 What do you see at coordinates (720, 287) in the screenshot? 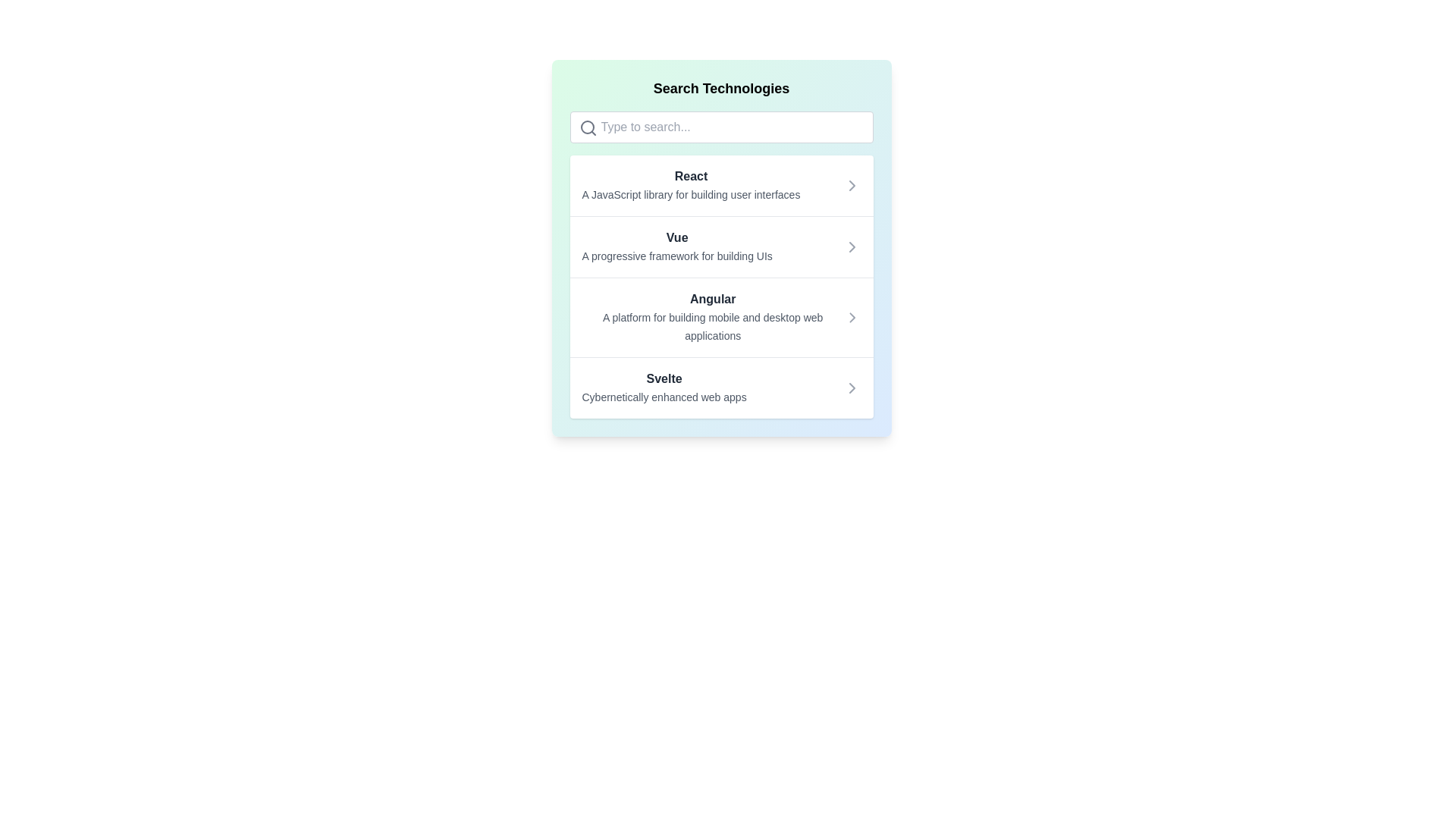
I see `the third list item in a vertical list of JavaScript frameworks` at bounding box center [720, 287].